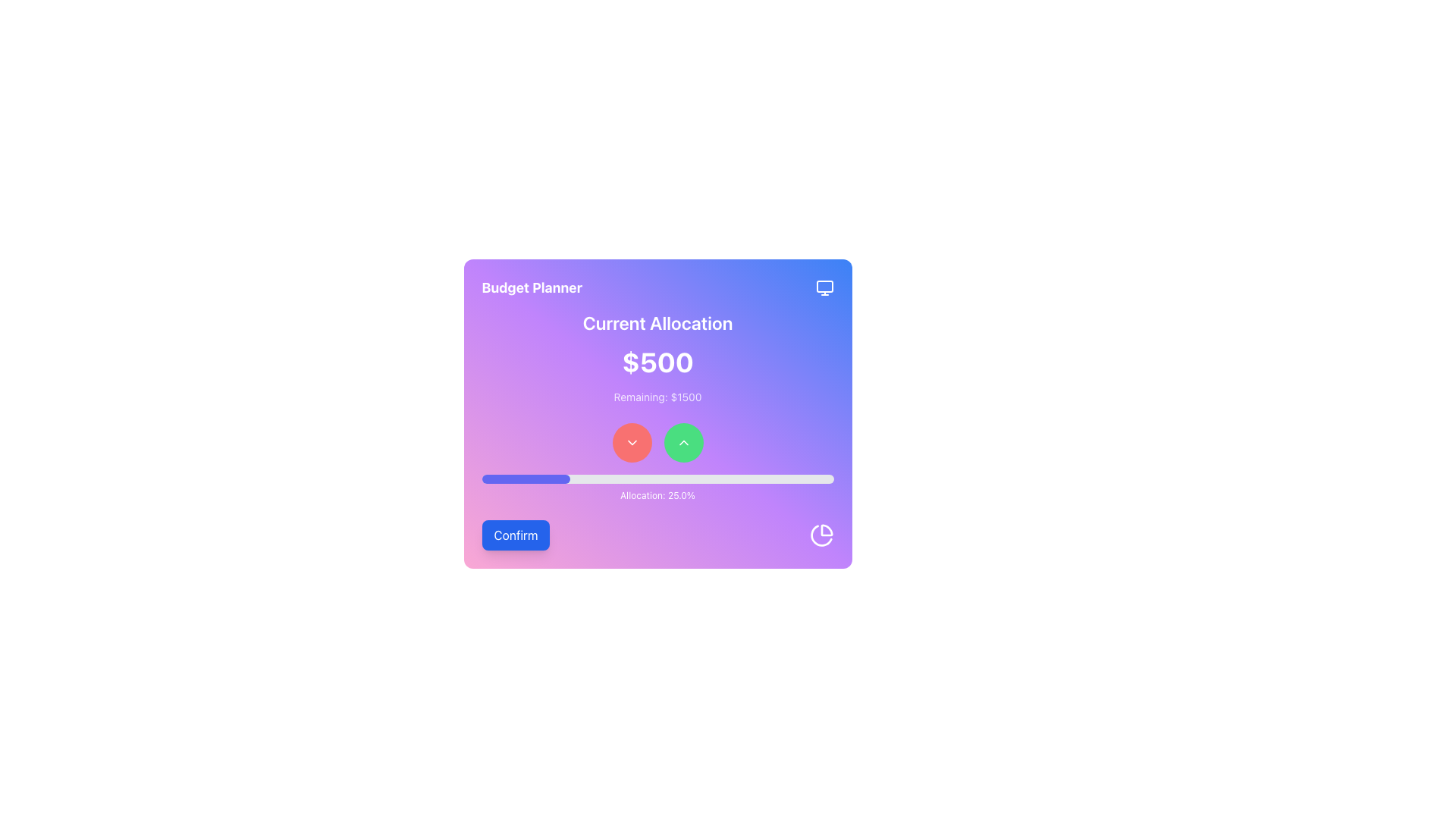  I want to click on the upward-pointing chevron icon button with a green background, so click(682, 442).